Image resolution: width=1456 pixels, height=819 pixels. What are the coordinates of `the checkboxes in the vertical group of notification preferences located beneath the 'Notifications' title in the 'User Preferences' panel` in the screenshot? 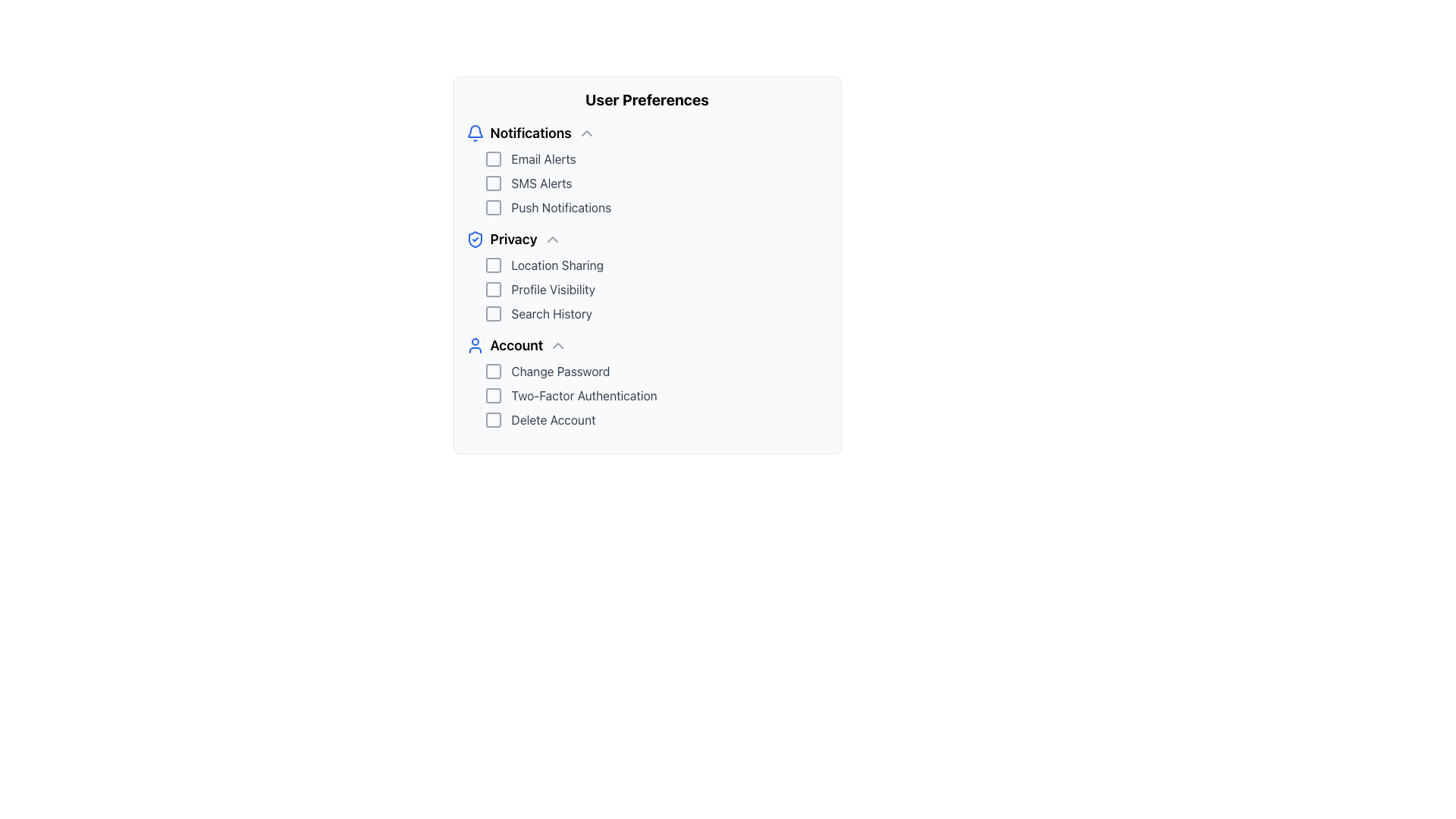 It's located at (647, 183).